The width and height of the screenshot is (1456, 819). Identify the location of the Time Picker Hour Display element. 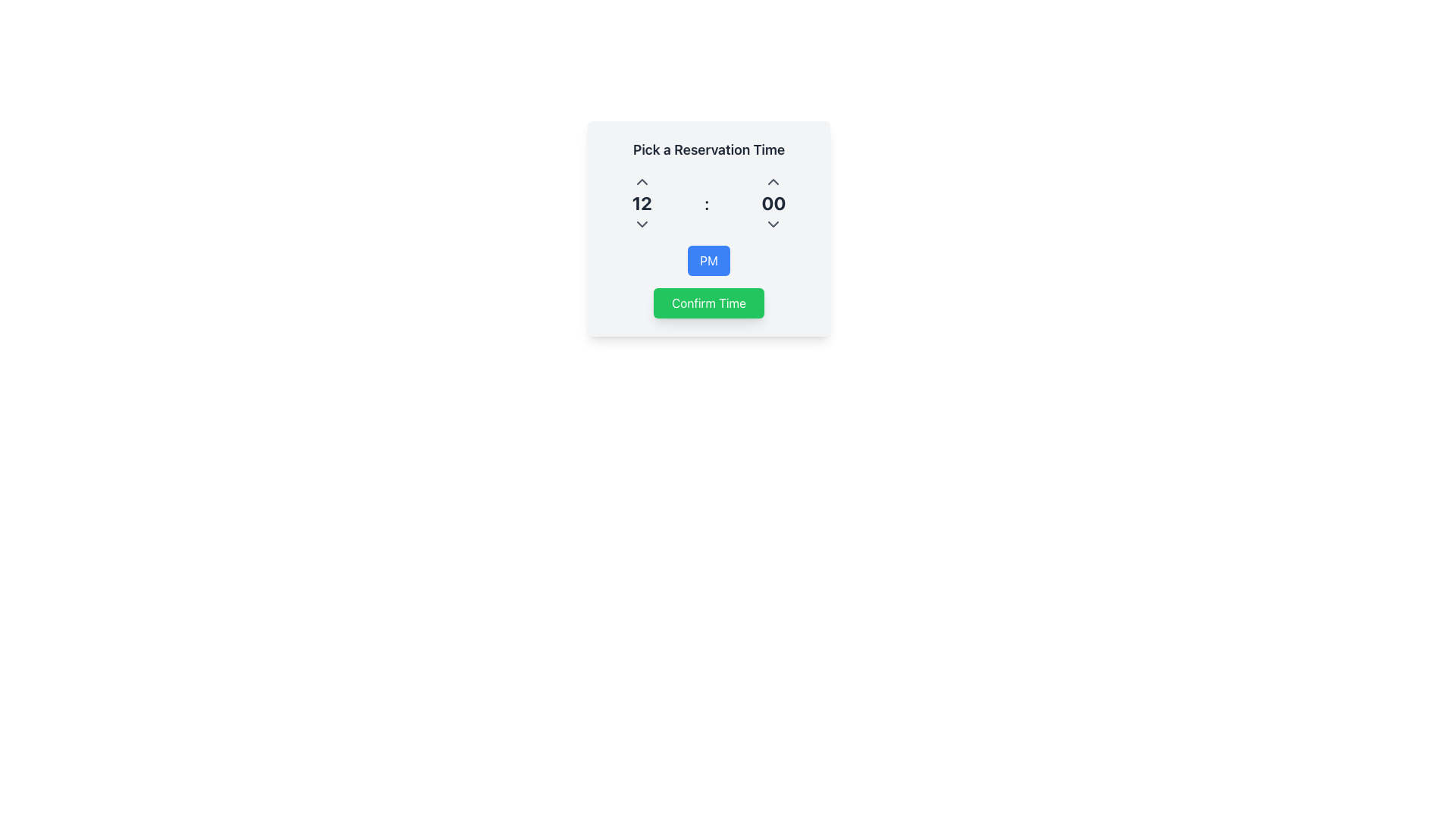
(642, 202).